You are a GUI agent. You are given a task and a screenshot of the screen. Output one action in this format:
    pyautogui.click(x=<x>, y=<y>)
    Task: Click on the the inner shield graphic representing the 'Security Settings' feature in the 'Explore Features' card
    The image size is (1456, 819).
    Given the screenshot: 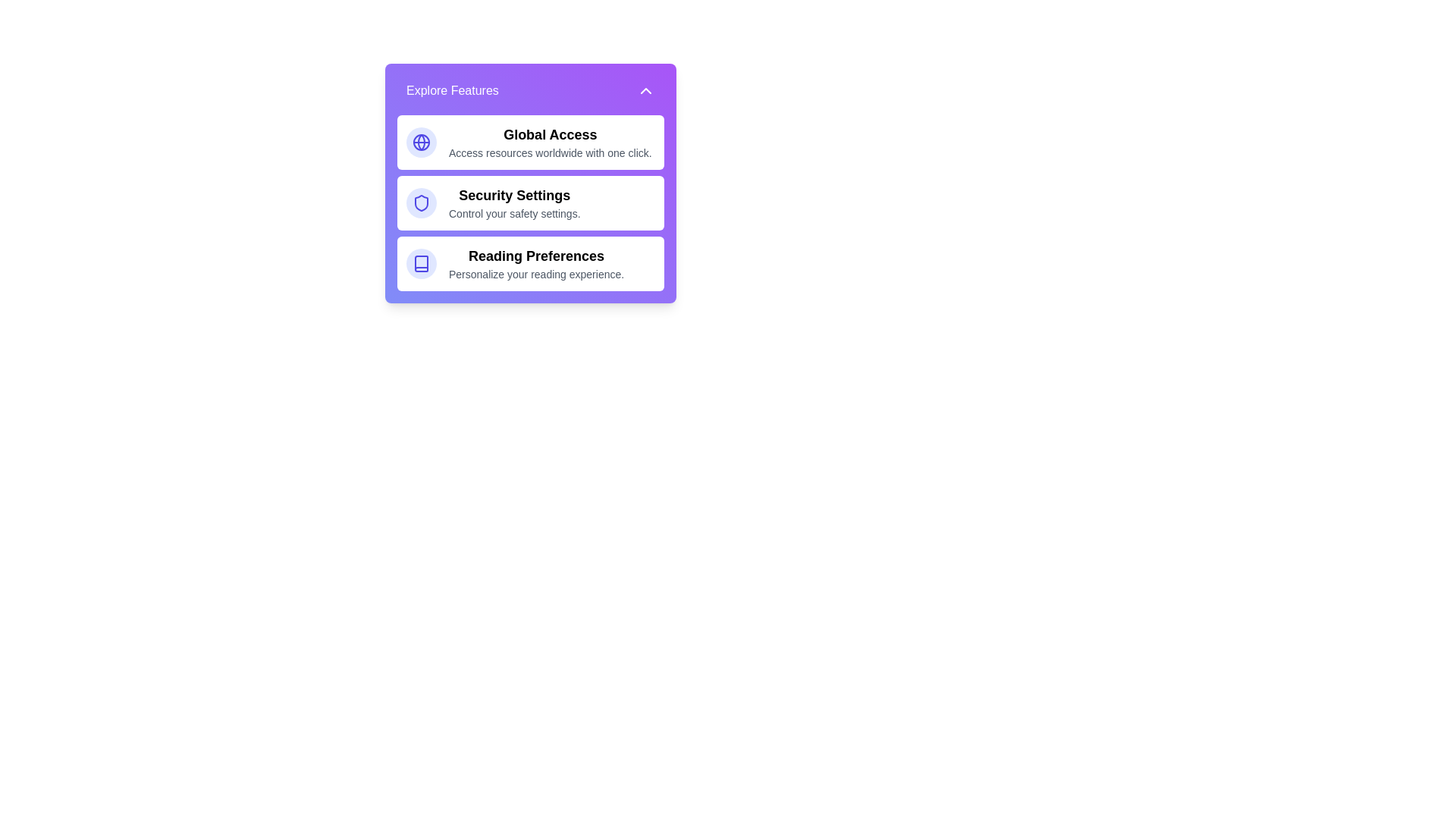 What is the action you would take?
    pyautogui.click(x=422, y=202)
    